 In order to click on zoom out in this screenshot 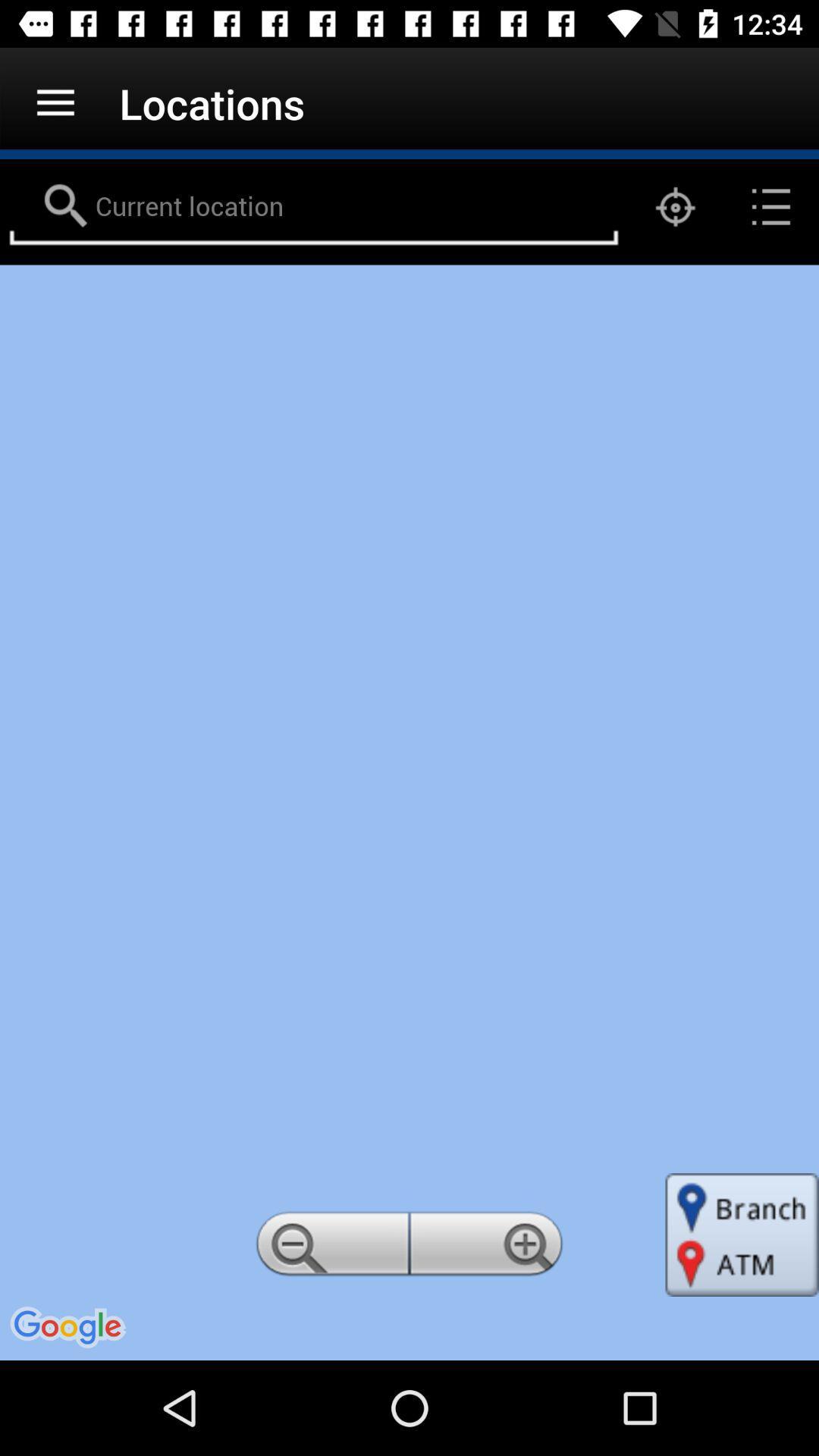, I will do `click(329, 1248)`.